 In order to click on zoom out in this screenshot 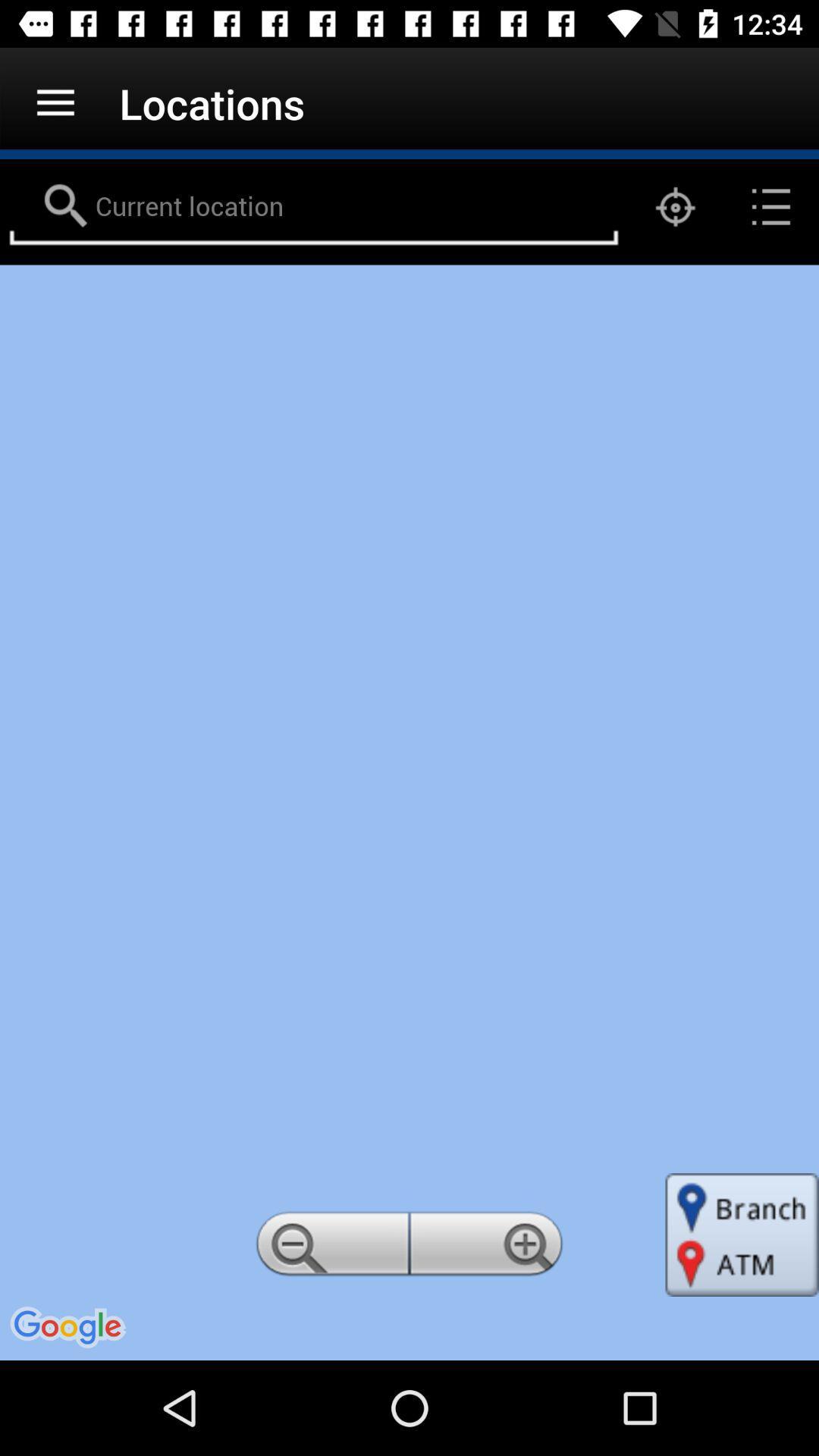, I will do `click(329, 1248)`.